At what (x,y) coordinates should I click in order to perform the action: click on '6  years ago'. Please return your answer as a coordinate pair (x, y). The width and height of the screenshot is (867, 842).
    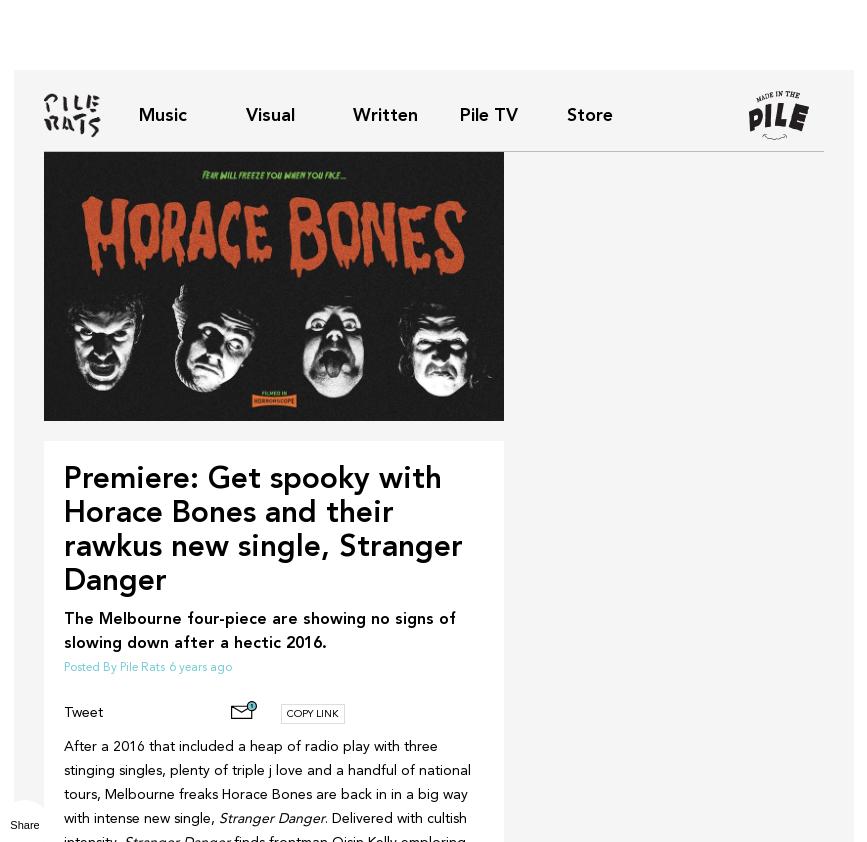
    Looking at the image, I should click on (168, 667).